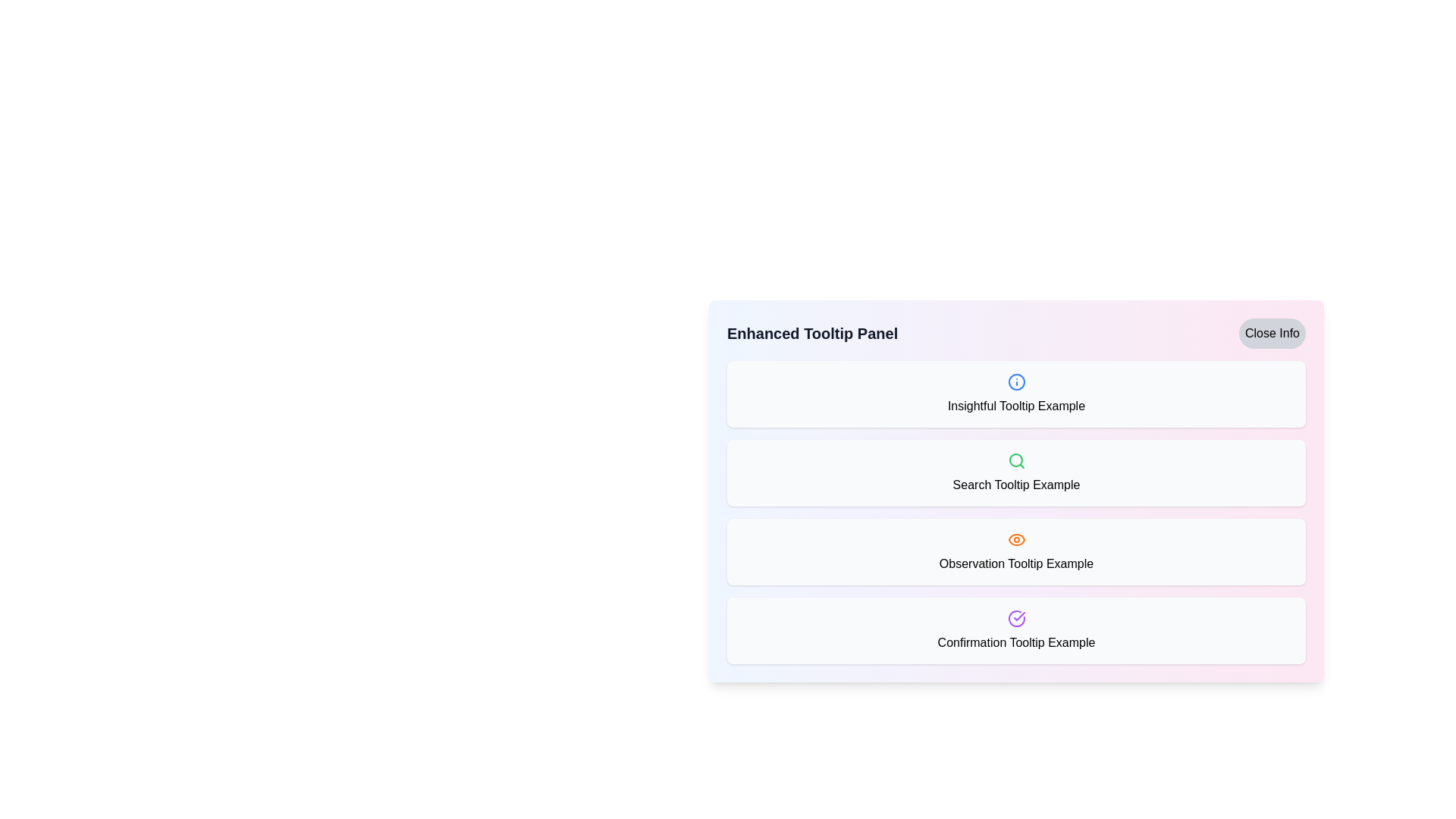 This screenshot has height=819, width=1456. I want to click on the text label that reads 'Search Tooltip Example', which is styled with centered alignment and is located within a rectangular section with rounded edges, accompanied by a green magnifying glass icon above it, so click(1016, 485).